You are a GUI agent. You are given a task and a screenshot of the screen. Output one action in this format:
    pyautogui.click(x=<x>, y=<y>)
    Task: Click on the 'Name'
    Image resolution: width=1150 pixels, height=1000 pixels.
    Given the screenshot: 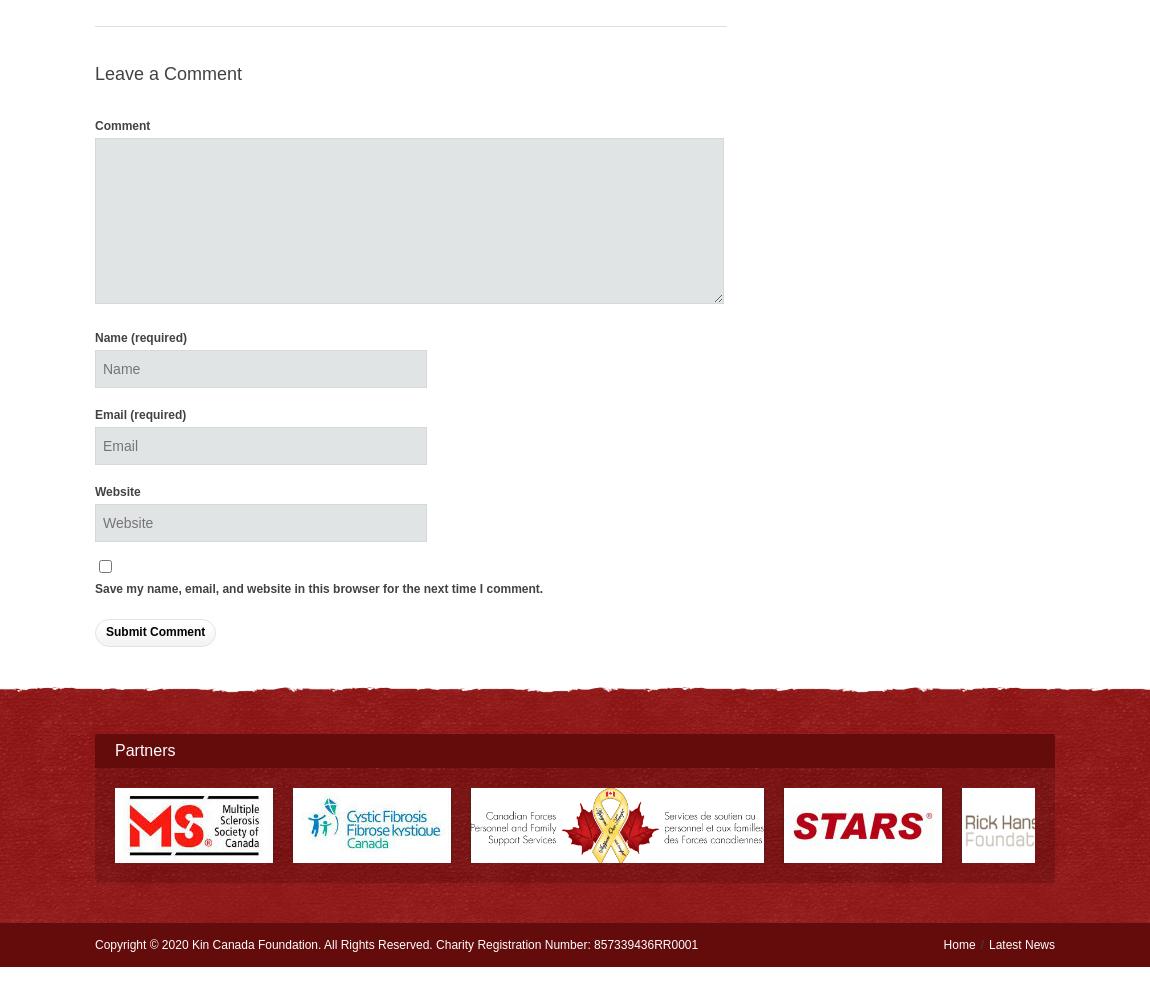 What is the action you would take?
    pyautogui.click(x=112, y=337)
    